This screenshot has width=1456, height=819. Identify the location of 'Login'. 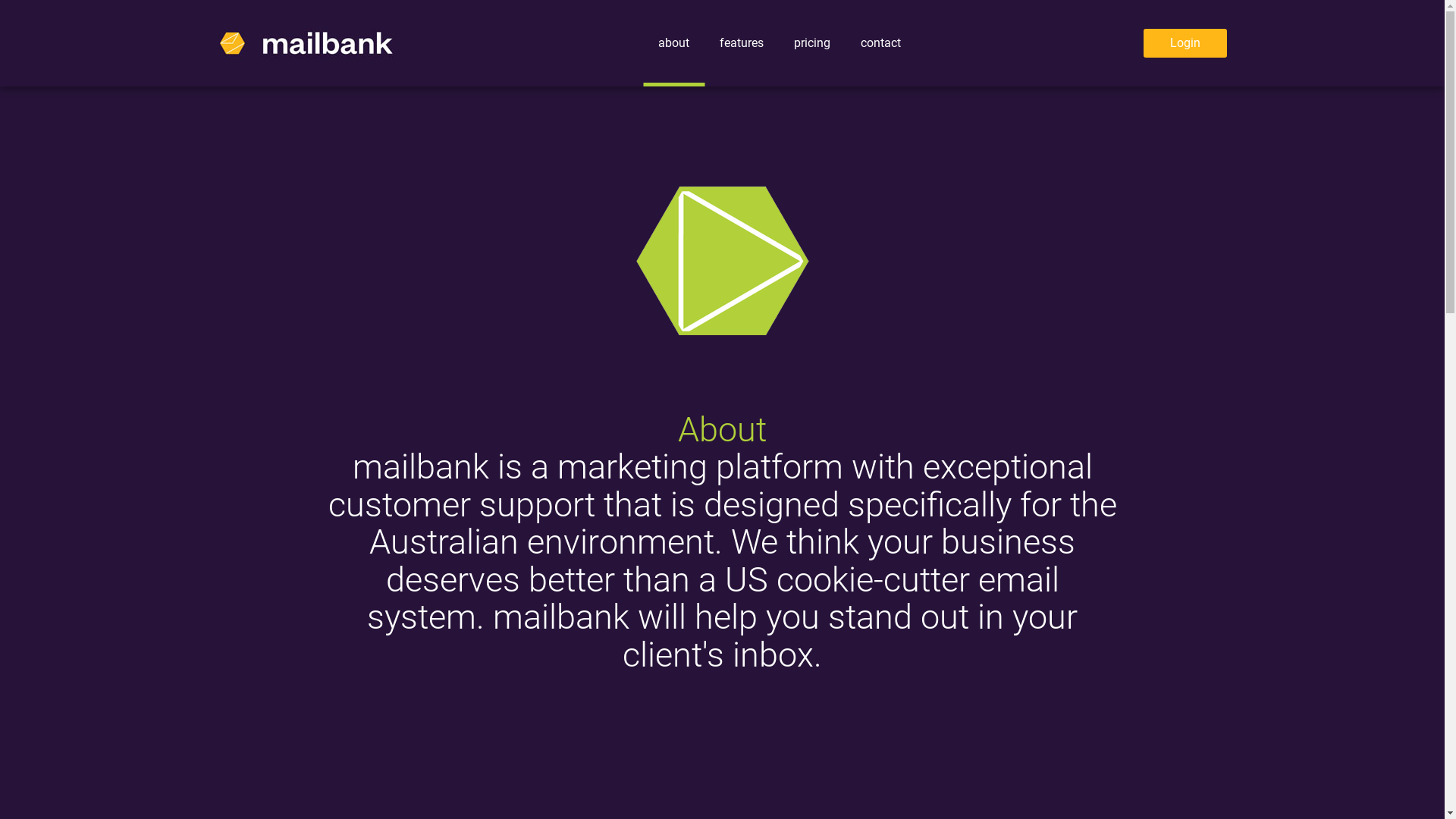
(1143, 42).